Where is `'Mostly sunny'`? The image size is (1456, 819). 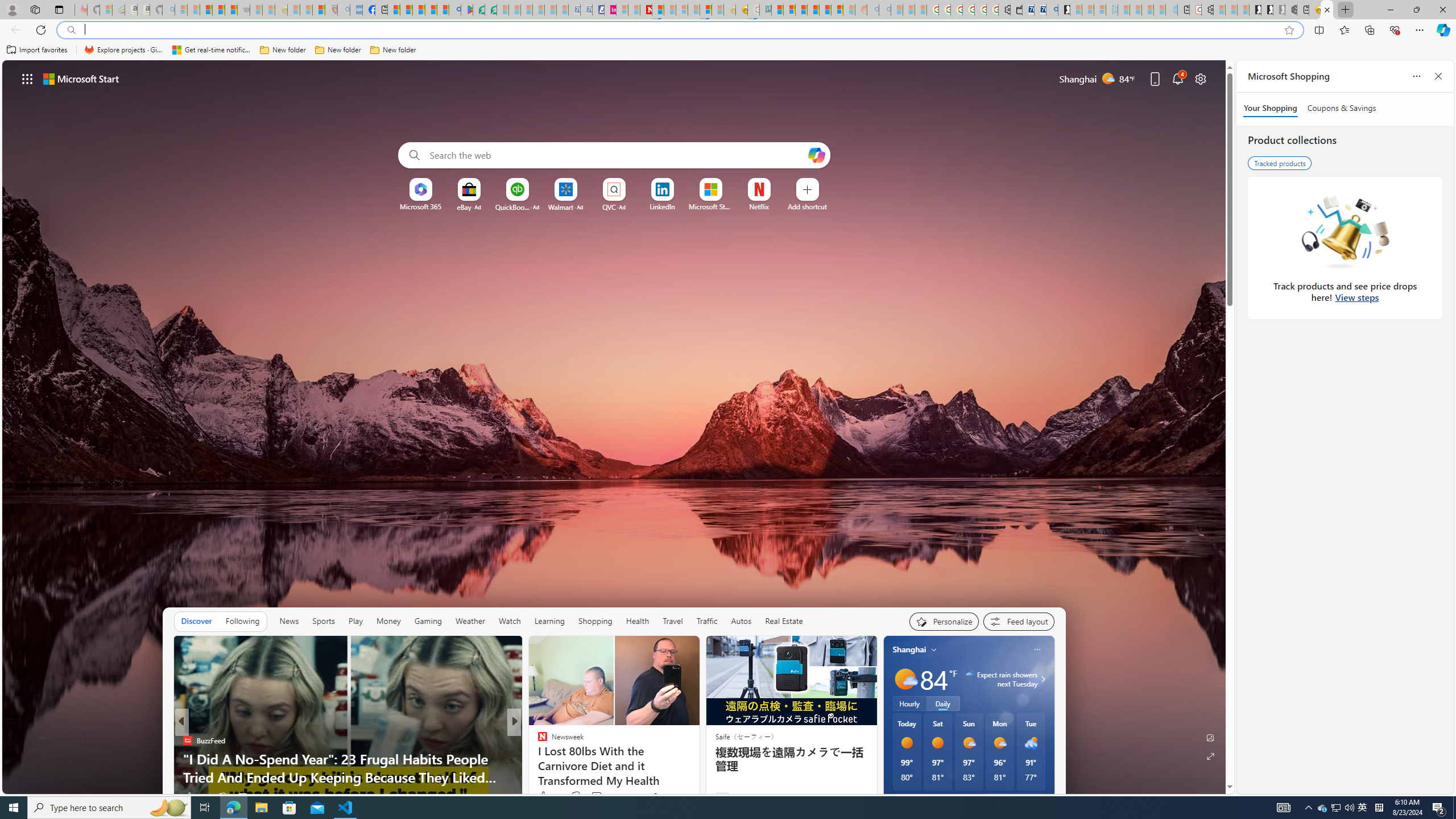
'Mostly sunny' is located at coordinates (999, 742).